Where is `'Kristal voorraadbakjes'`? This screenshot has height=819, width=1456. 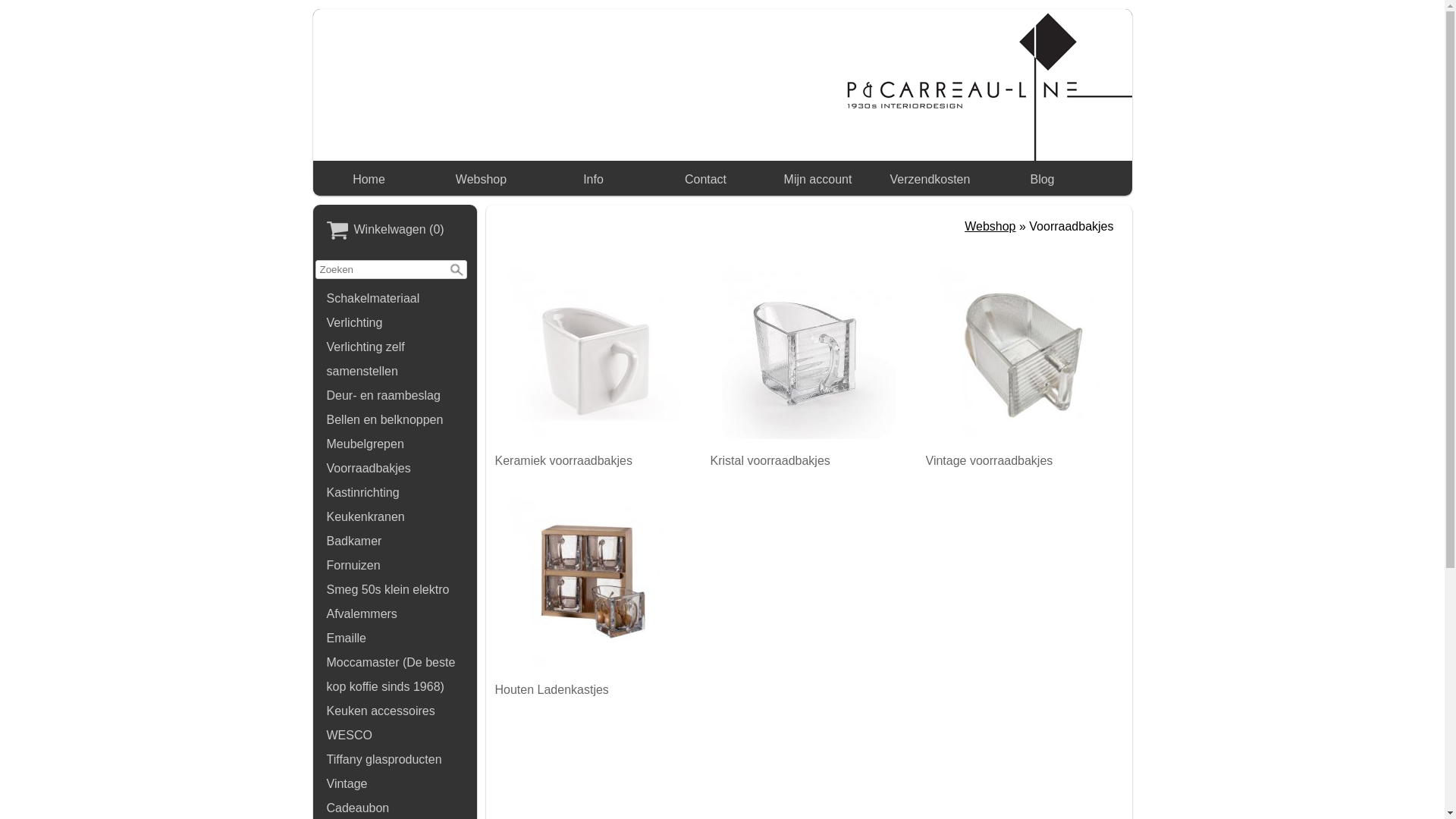
'Kristal voorraadbakjes' is located at coordinates (709, 362).